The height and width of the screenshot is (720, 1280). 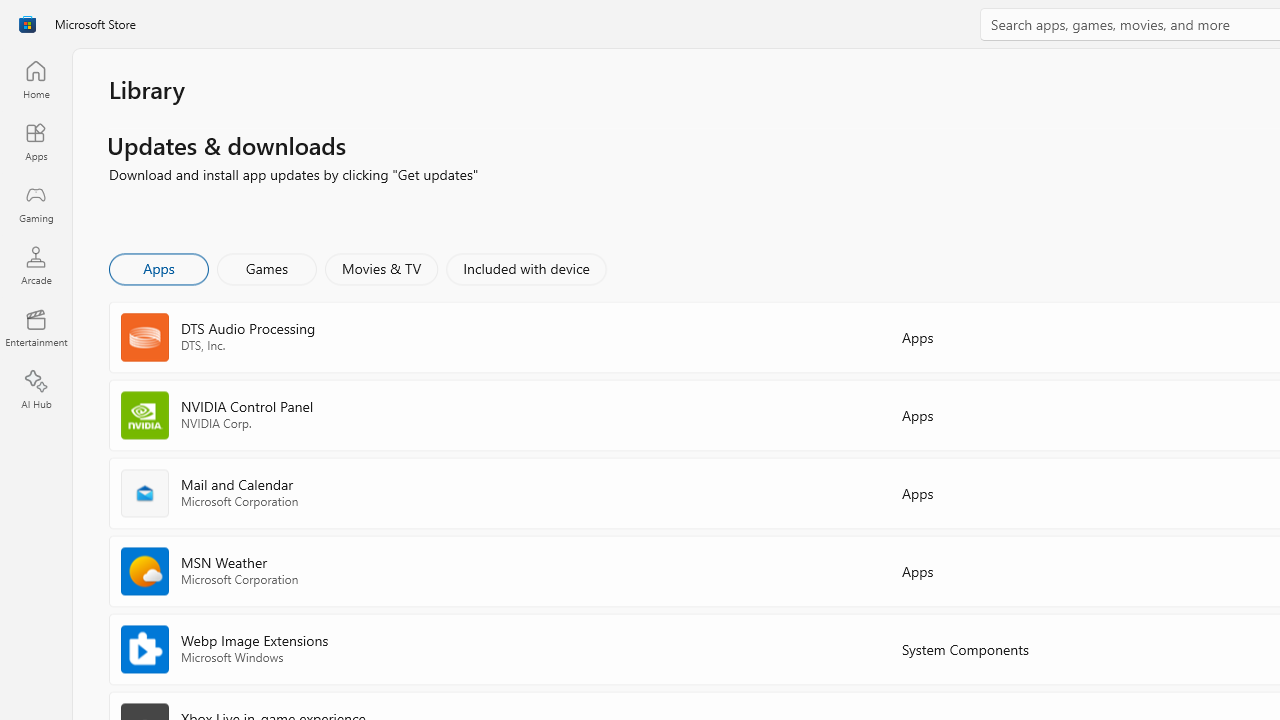 What do you see at coordinates (35, 264) in the screenshot?
I see `'Arcade'` at bounding box center [35, 264].